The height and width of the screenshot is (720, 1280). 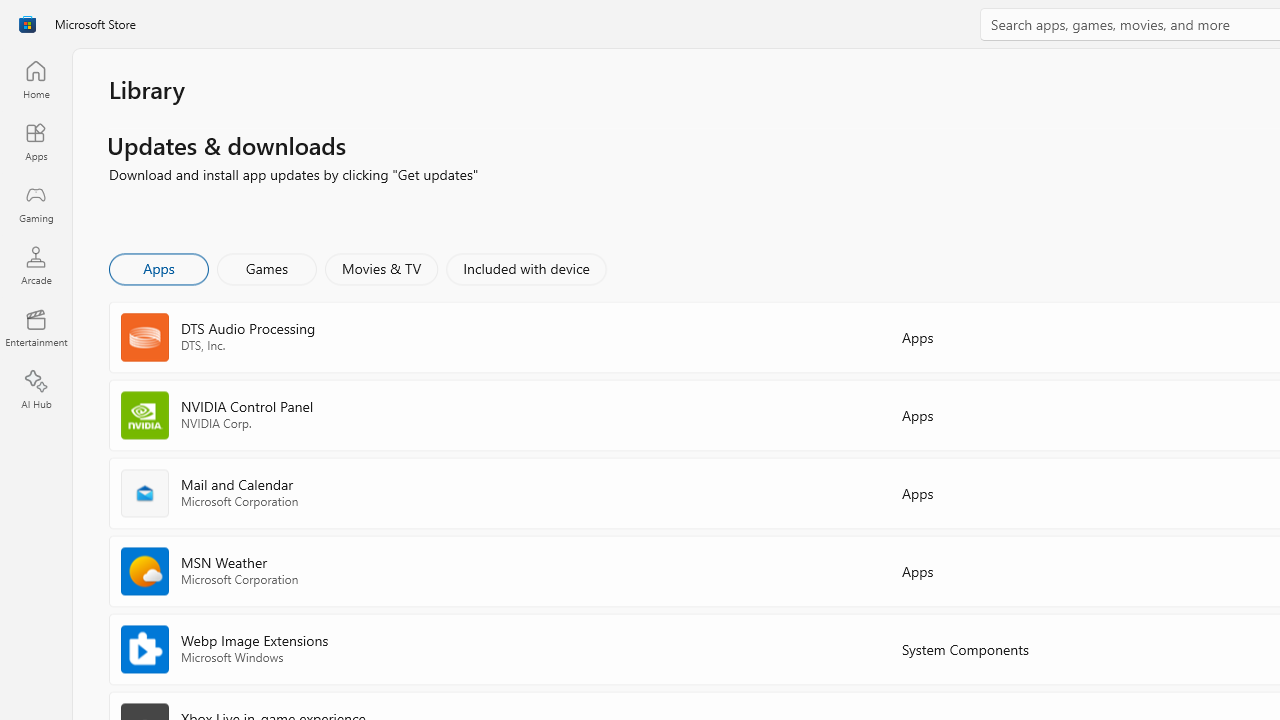 What do you see at coordinates (35, 264) in the screenshot?
I see `'Arcade'` at bounding box center [35, 264].